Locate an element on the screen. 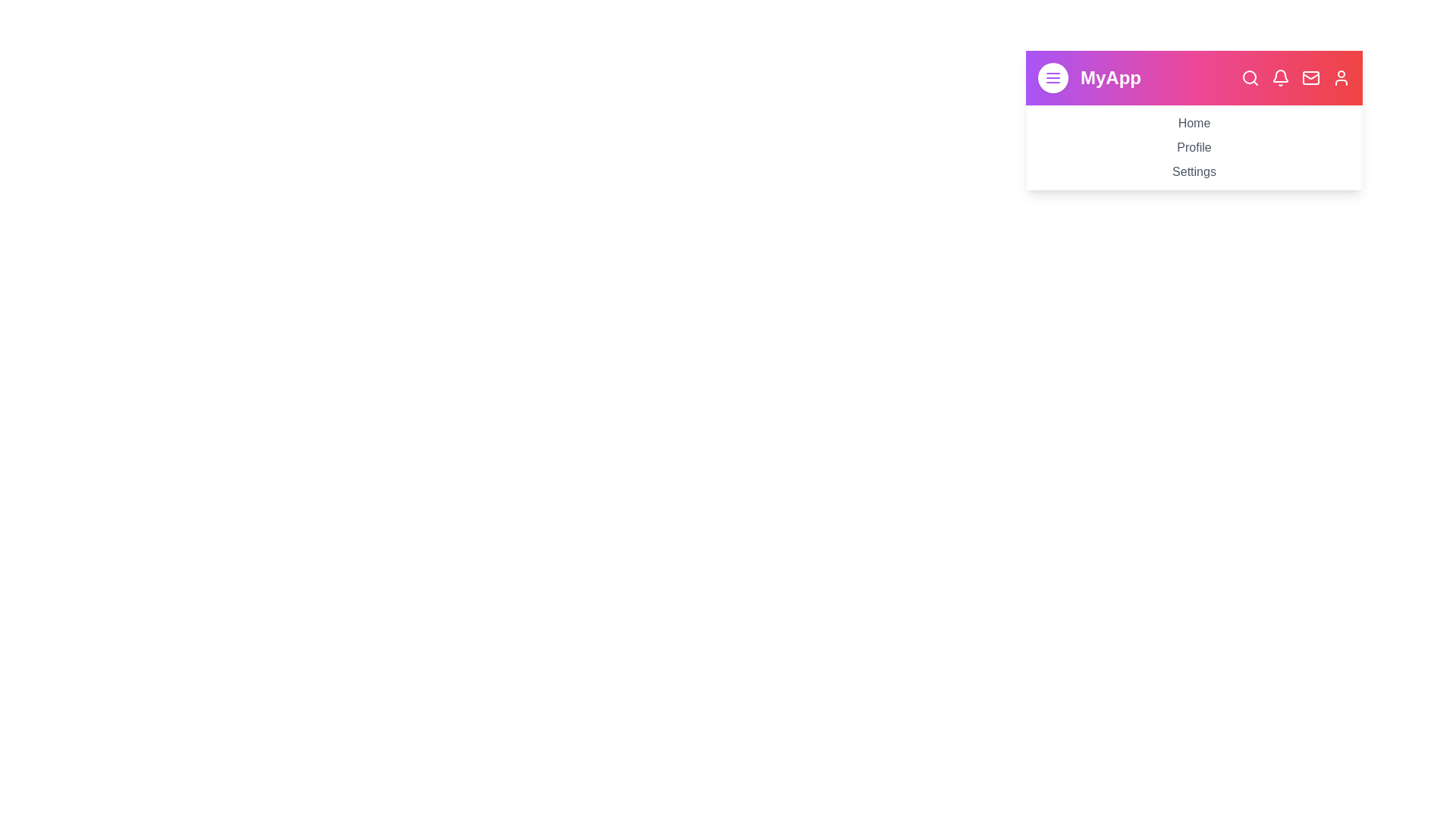  the navigation bar icon corresponding to Messages is located at coordinates (1310, 78).